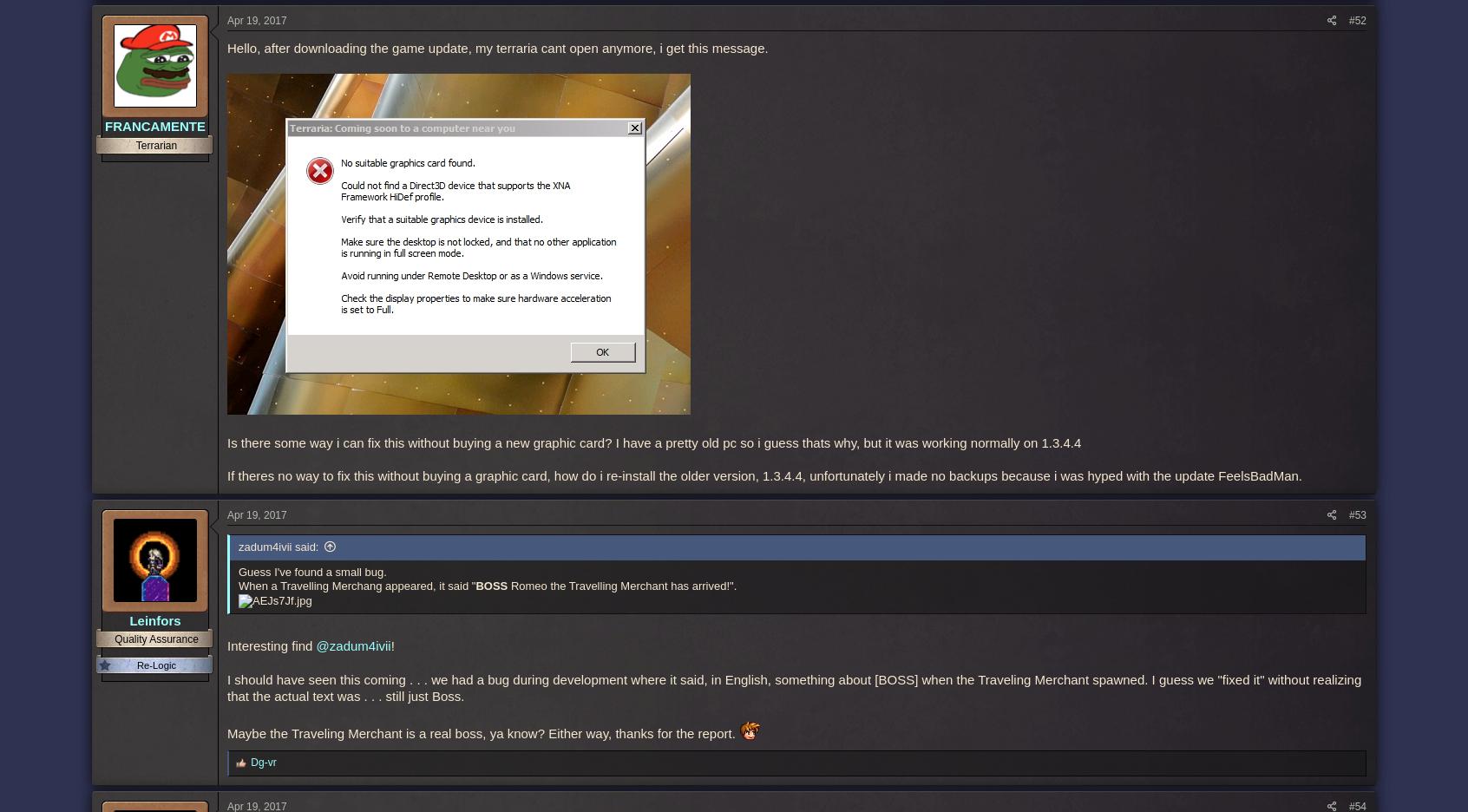 This screenshot has height=812, width=1468. I want to click on 'BOSS', so click(490, 586).